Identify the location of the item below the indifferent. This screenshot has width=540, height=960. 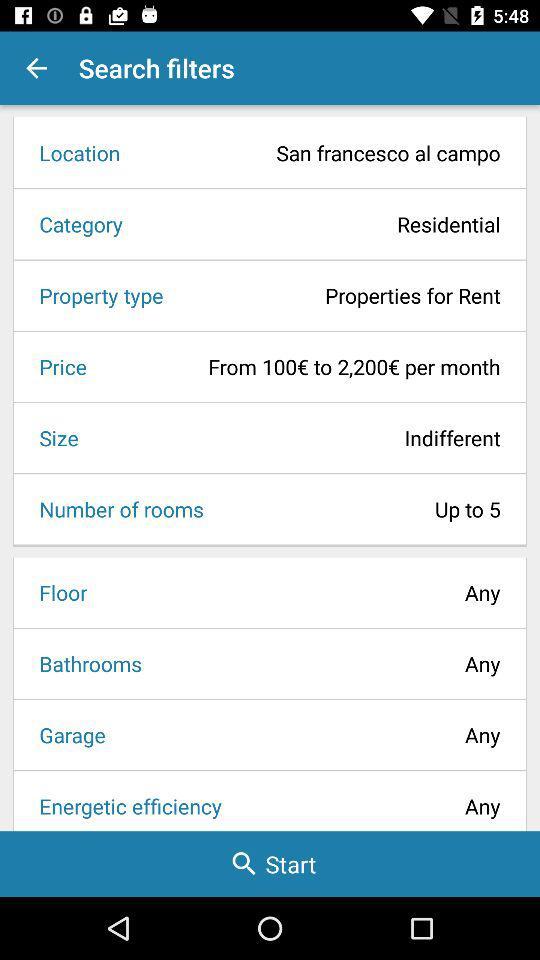
(357, 508).